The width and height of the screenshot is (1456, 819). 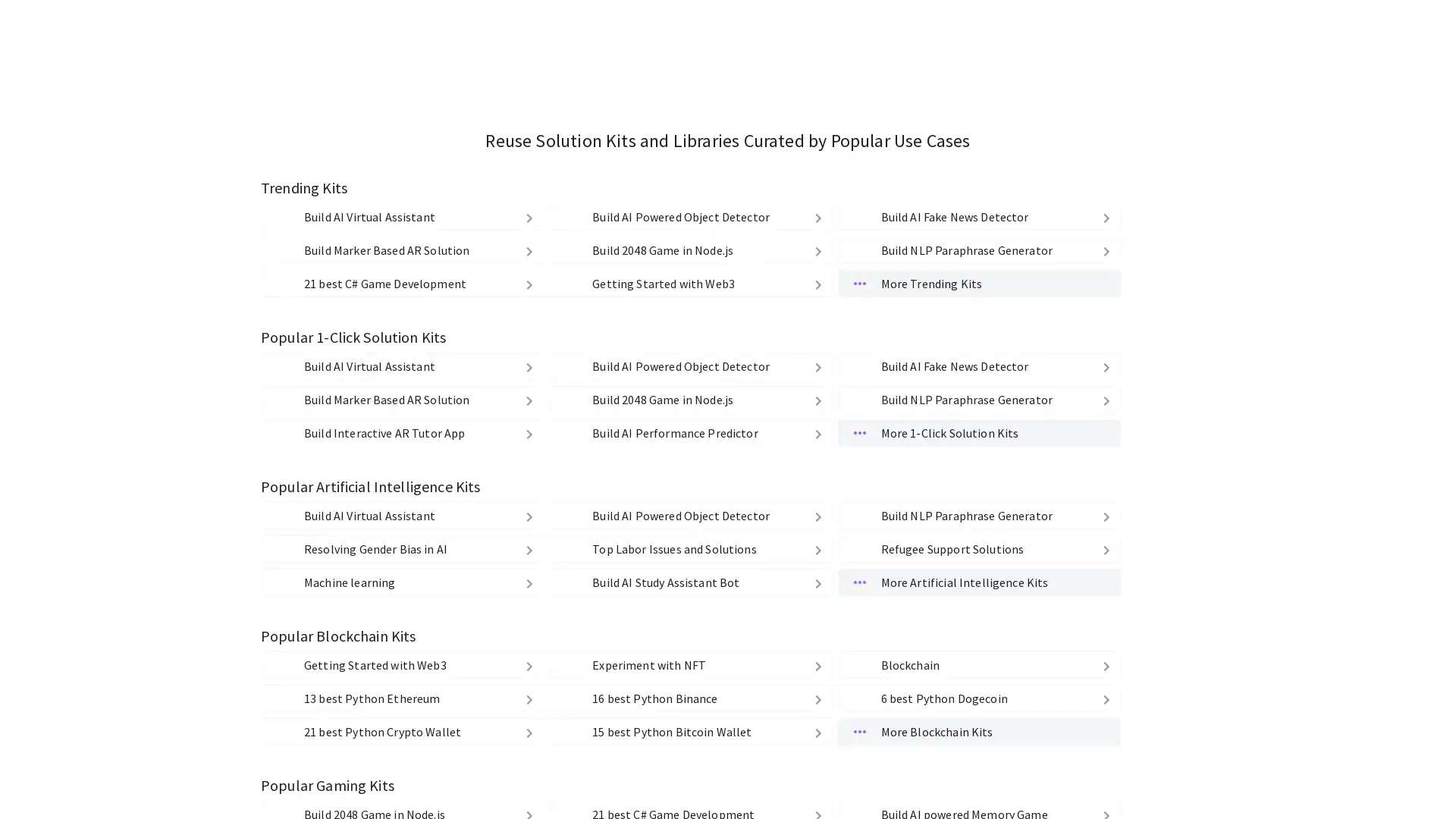 What do you see at coordinates (312, 447) in the screenshot?
I see `Permissive` at bounding box center [312, 447].